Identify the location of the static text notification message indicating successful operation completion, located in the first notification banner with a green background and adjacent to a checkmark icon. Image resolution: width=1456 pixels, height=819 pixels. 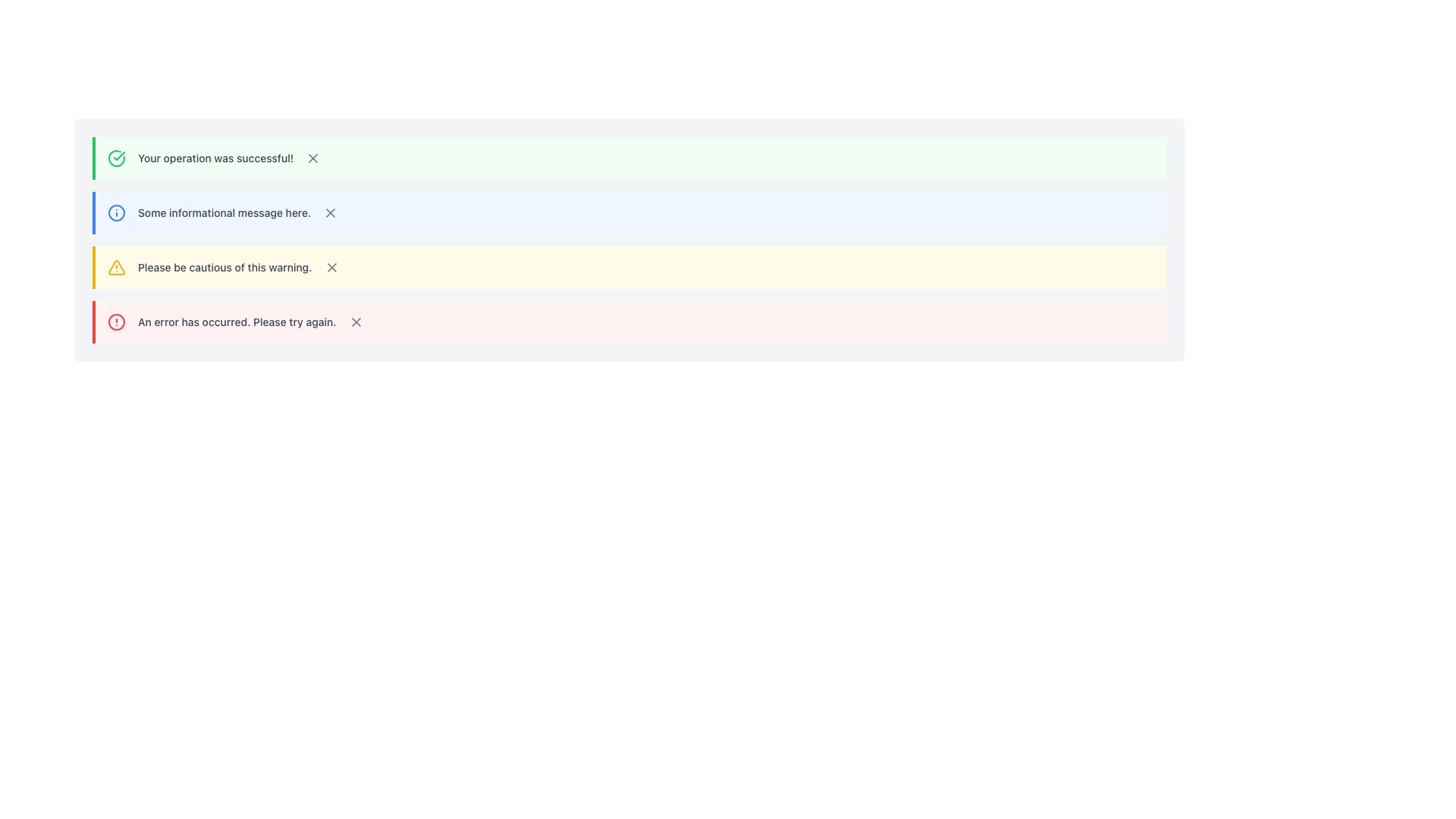
(215, 158).